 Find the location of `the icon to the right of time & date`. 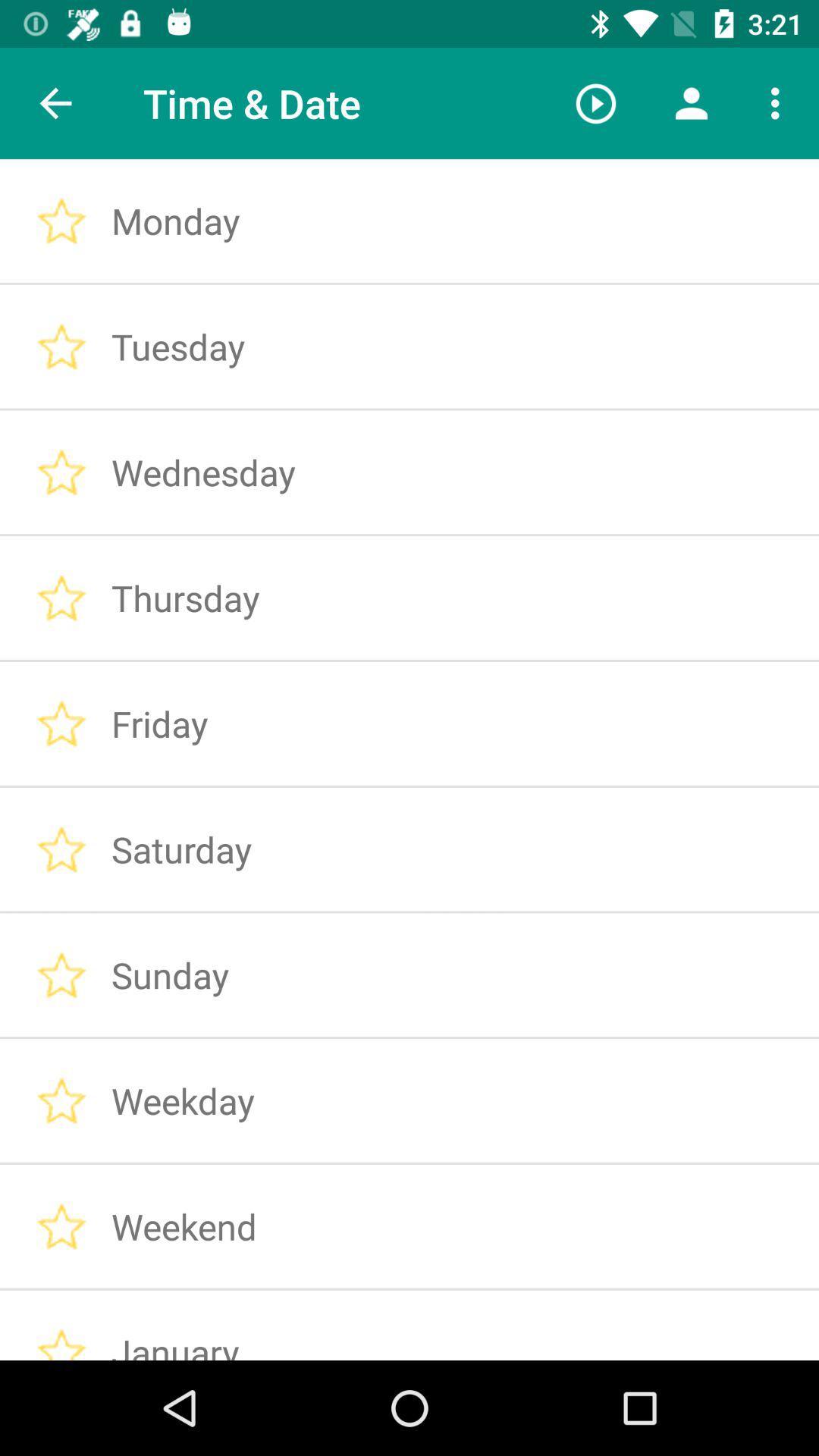

the icon to the right of time & date is located at coordinates (595, 102).